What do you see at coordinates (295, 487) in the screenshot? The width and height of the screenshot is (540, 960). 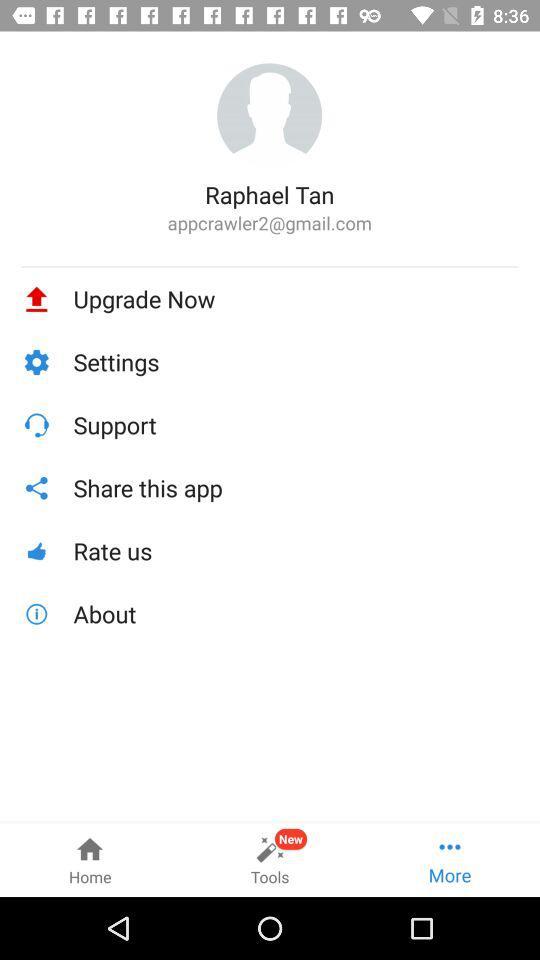 I see `share this app` at bounding box center [295, 487].